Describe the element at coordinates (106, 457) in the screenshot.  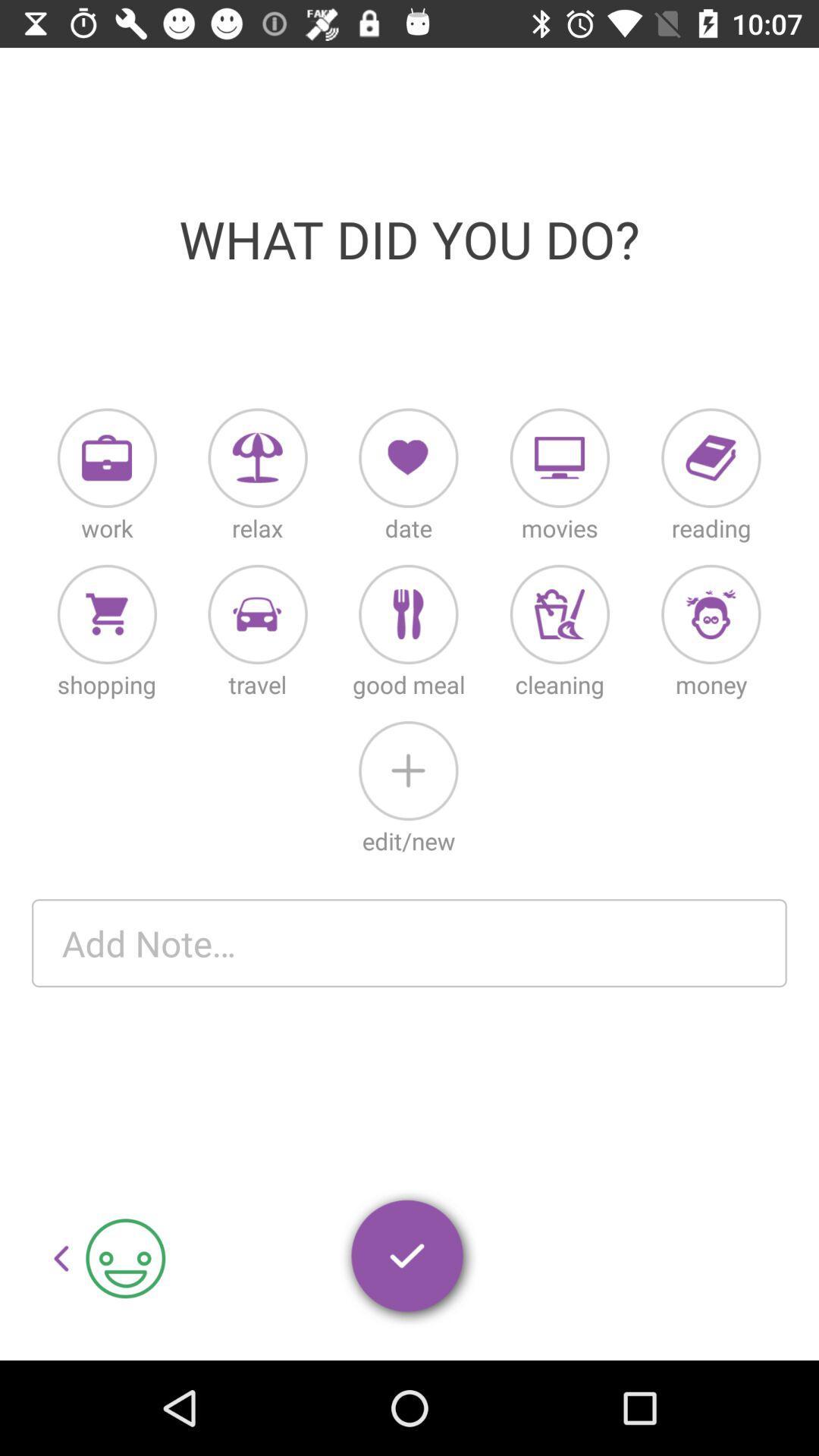
I see `work` at that location.